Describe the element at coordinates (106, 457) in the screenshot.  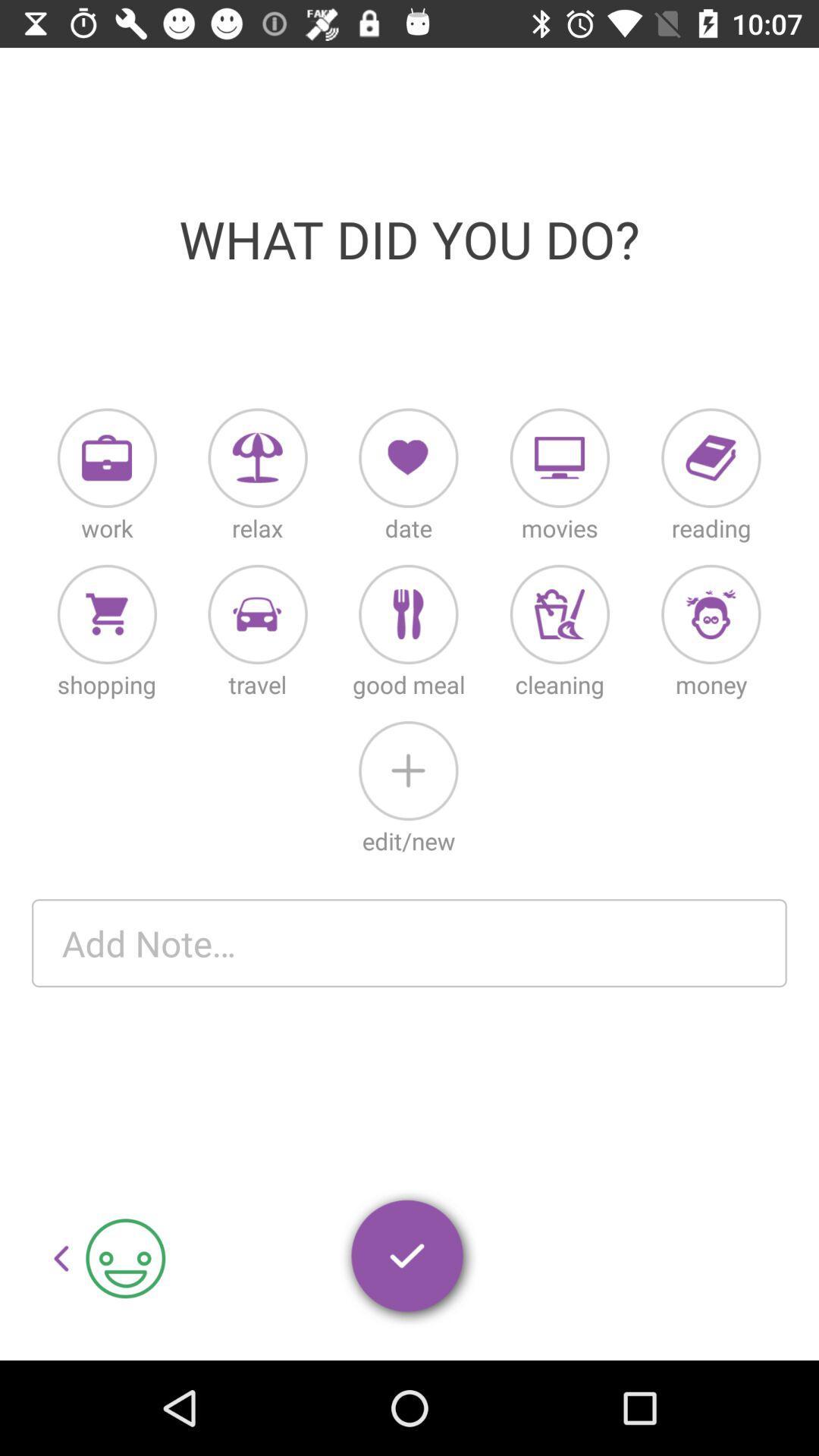
I see `work` at that location.